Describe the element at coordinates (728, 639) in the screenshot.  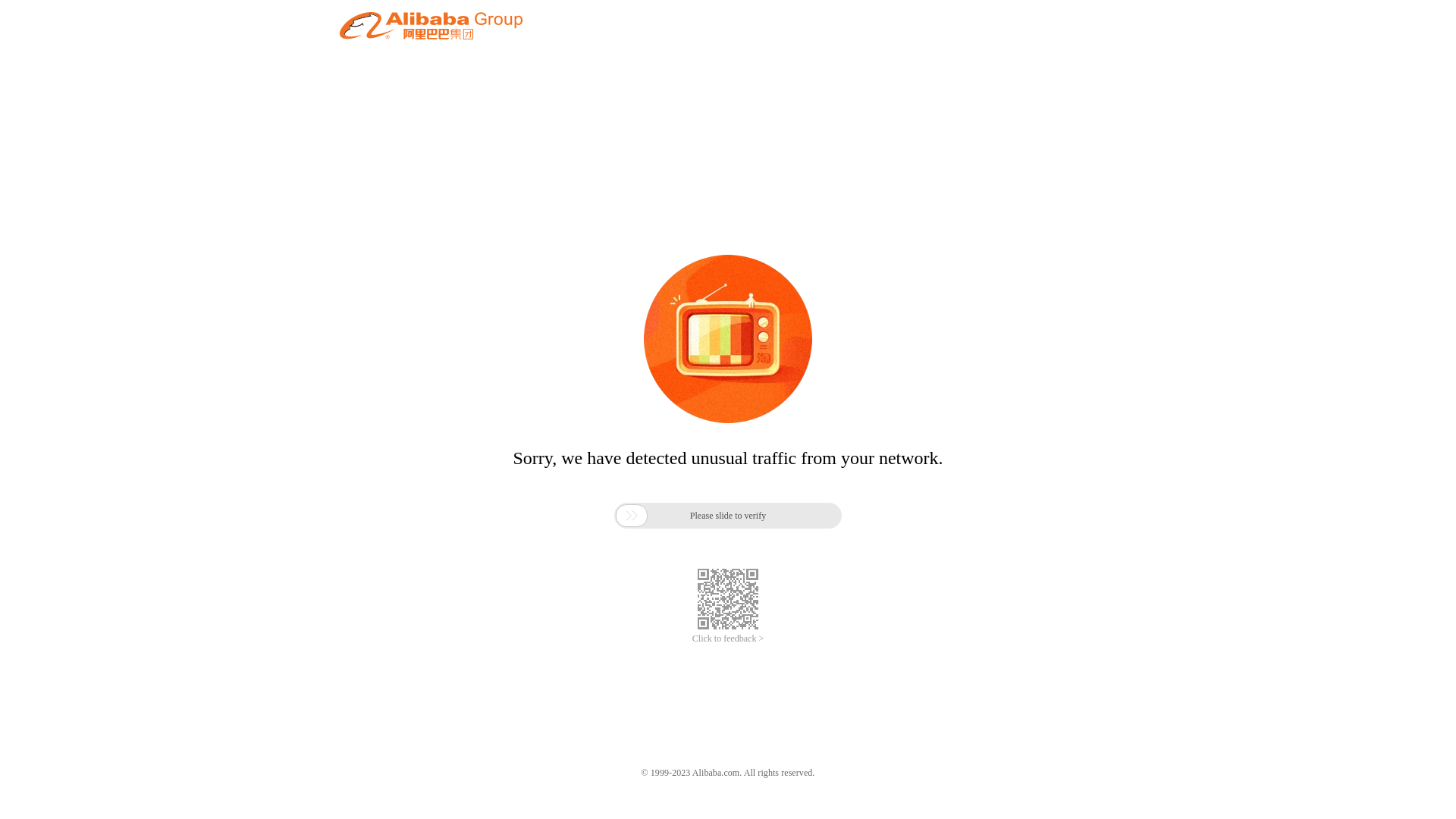
I see `'Click to feedback >'` at that location.